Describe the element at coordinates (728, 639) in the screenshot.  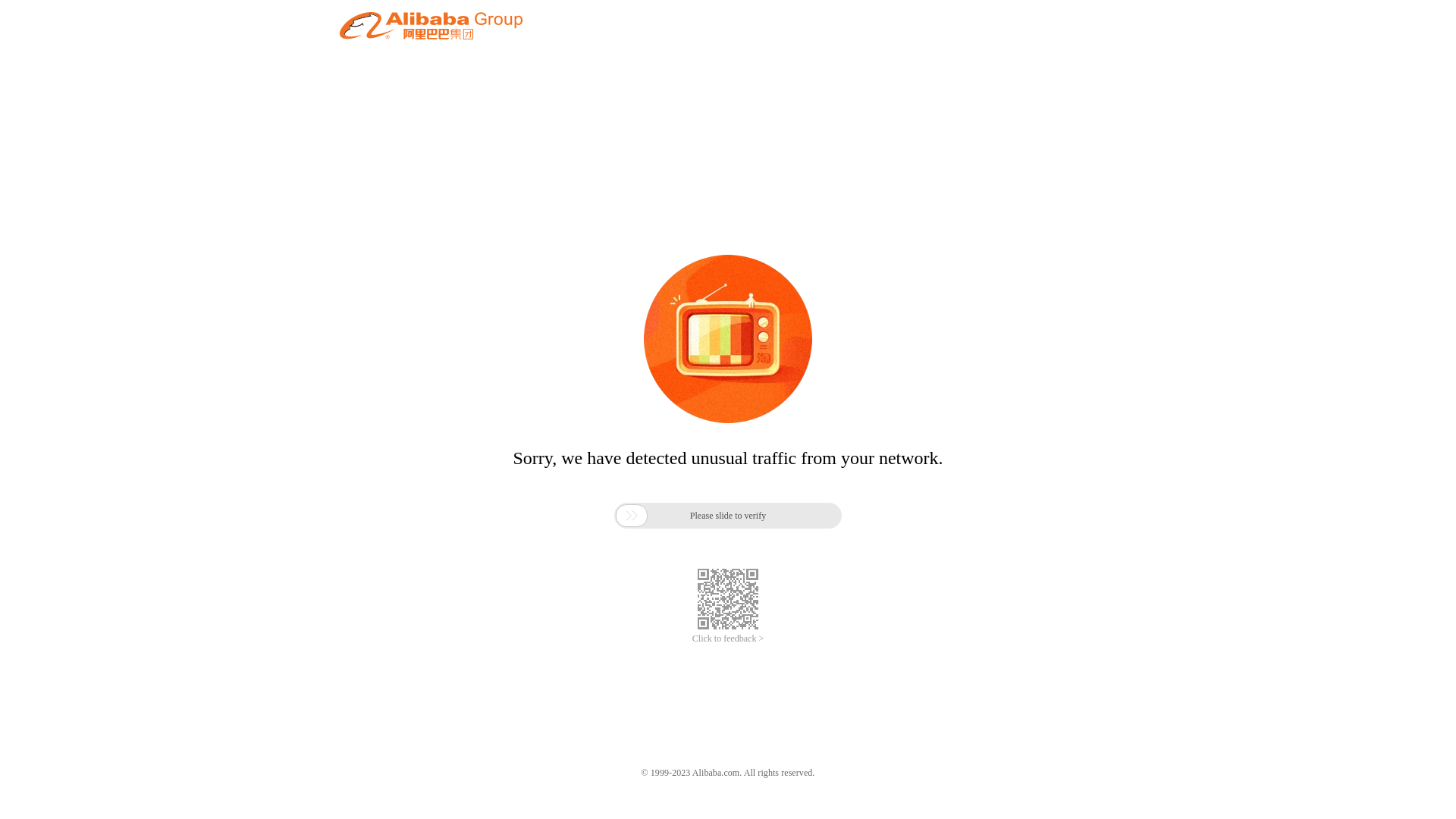
I see `'Click to feedback >'` at that location.